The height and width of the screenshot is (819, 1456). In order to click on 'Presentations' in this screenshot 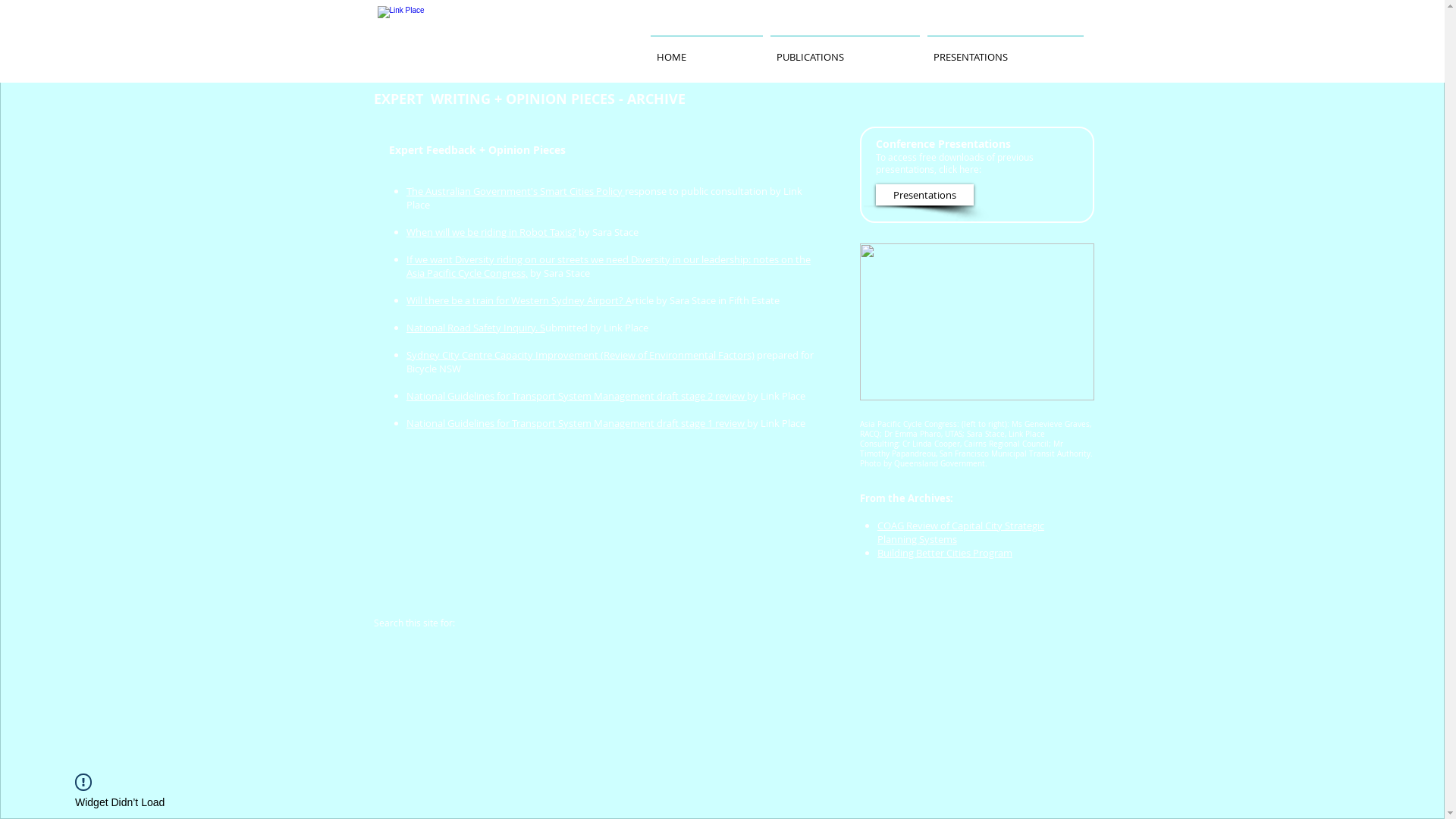, I will do `click(923, 194)`.